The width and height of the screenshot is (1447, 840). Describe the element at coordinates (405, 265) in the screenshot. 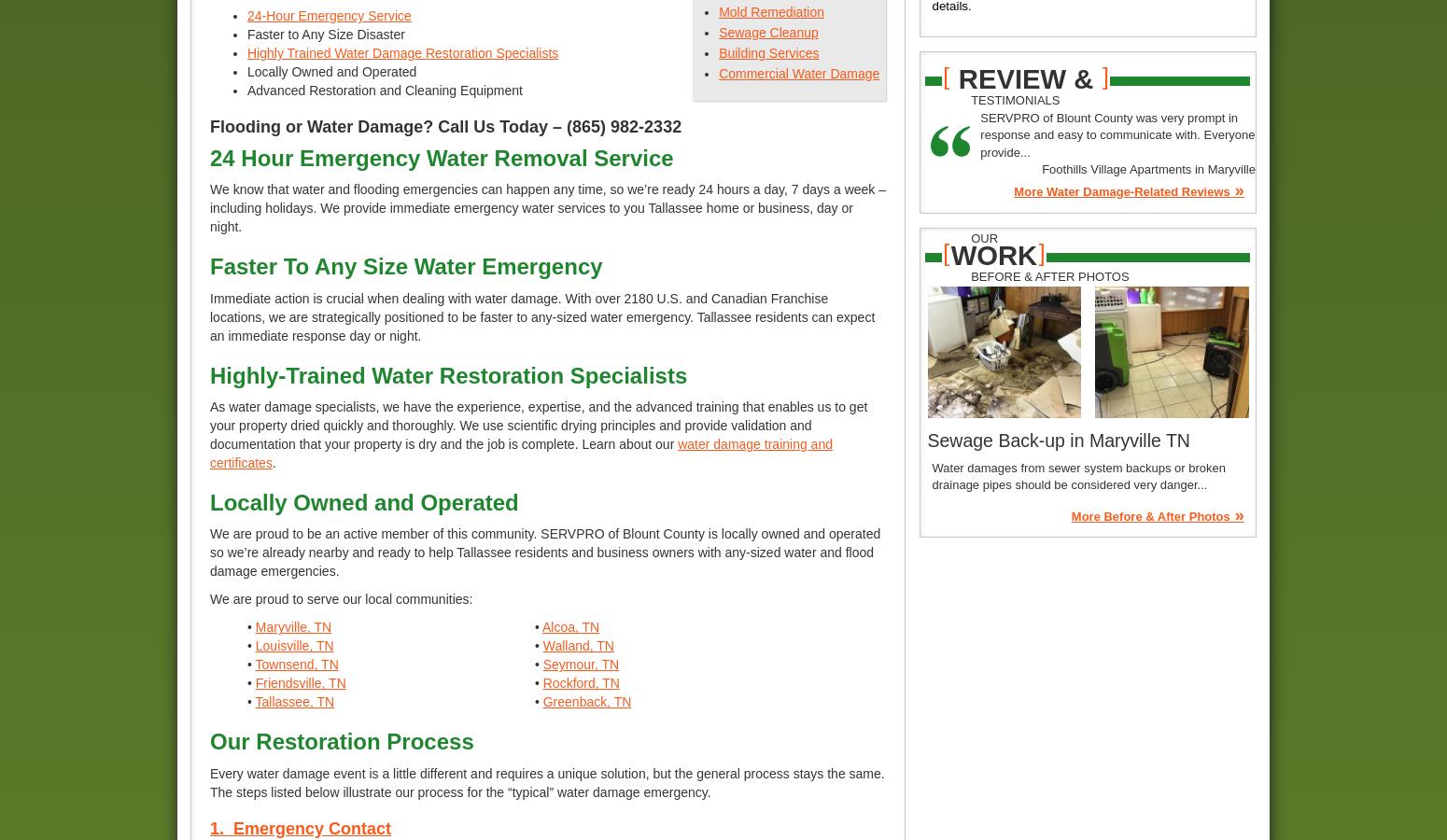

I see `'Faster To Any Size Water Emergency'` at that location.